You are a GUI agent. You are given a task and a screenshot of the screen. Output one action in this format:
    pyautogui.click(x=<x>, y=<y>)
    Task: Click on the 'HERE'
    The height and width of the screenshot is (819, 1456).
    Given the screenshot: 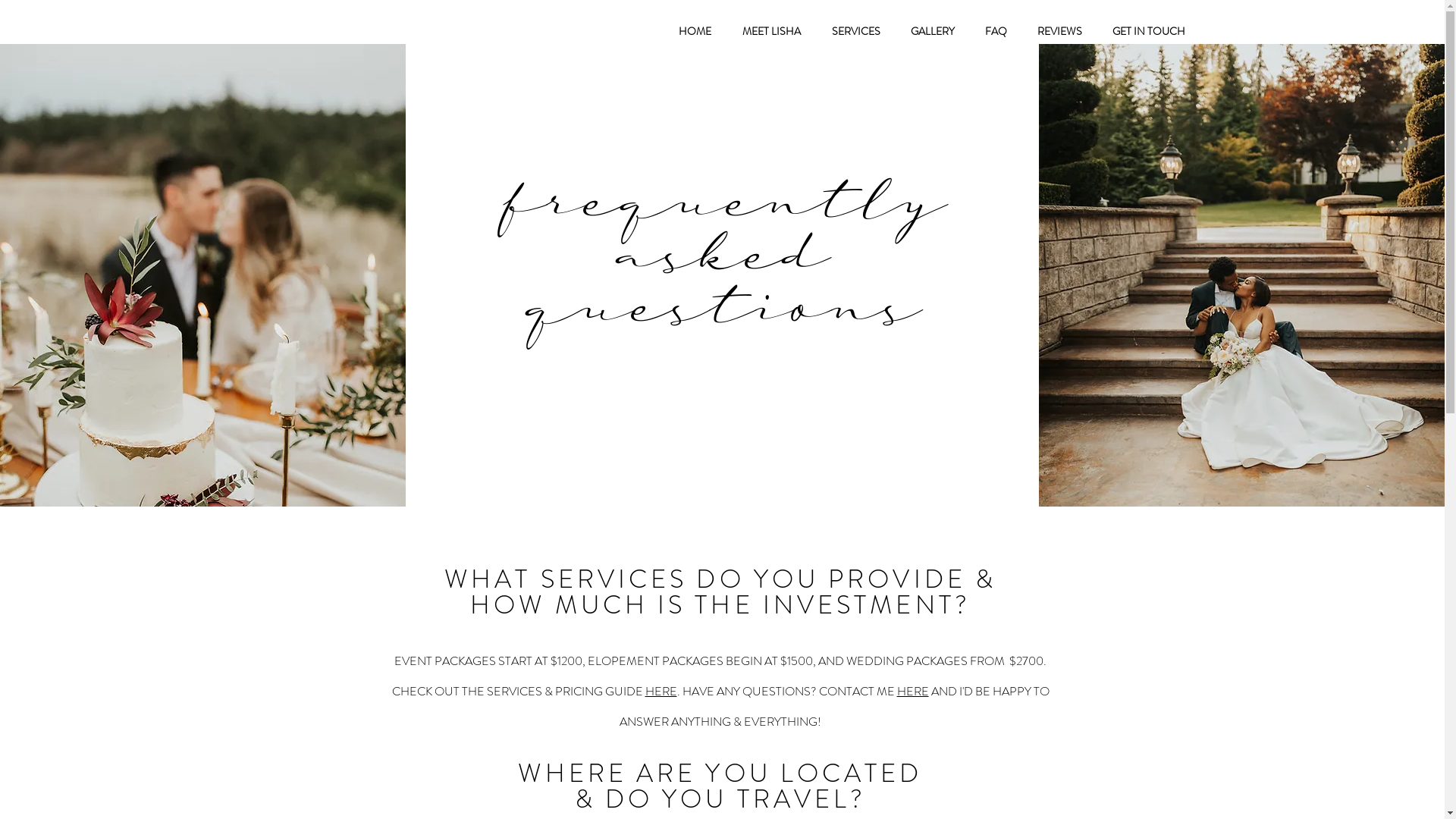 What is the action you would take?
    pyautogui.click(x=912, y=691)
    